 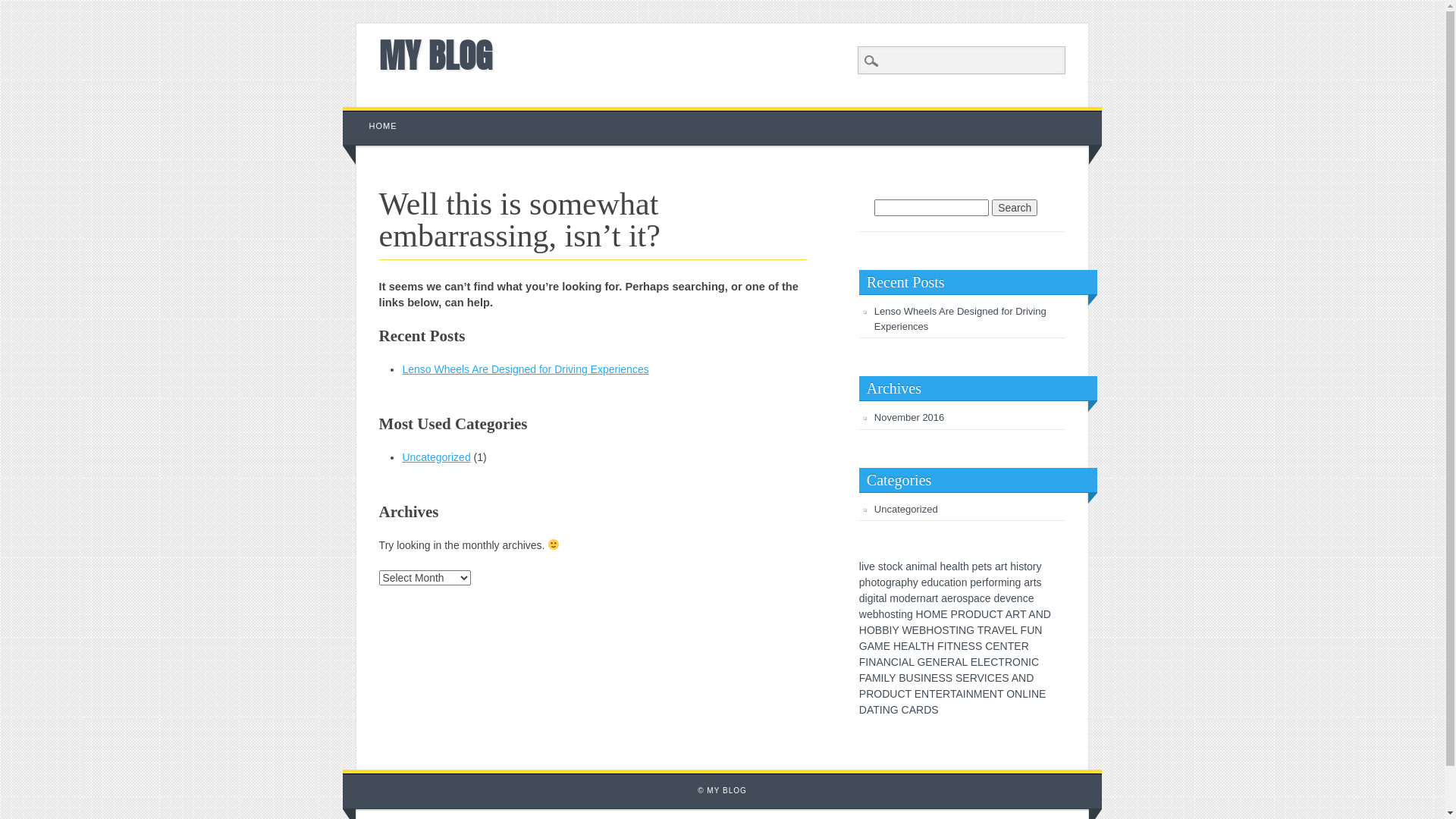 I want to click on 'A', so click(x=993, y=629).